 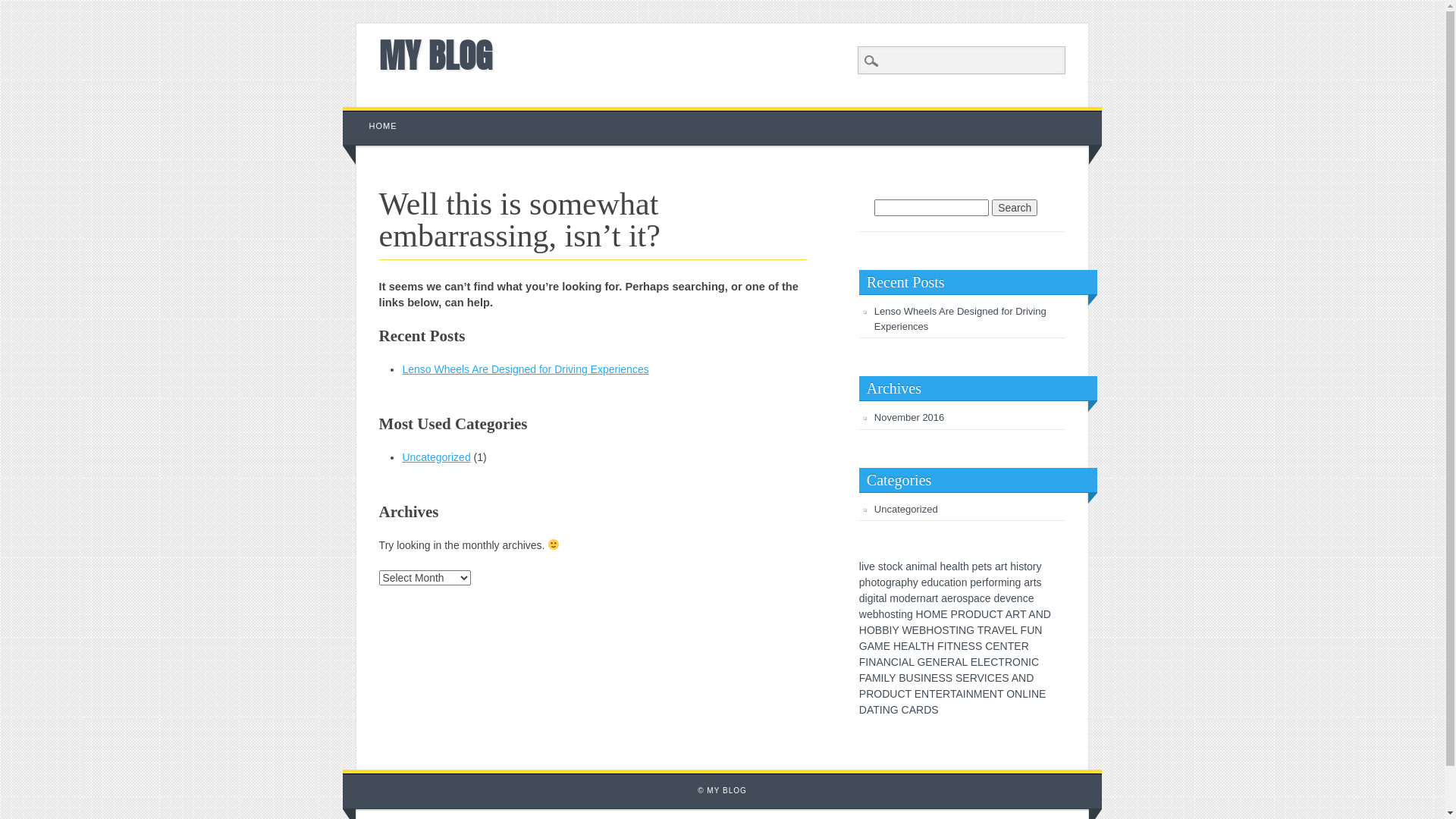 I want to click on 'A', so click(x=993, y=629).